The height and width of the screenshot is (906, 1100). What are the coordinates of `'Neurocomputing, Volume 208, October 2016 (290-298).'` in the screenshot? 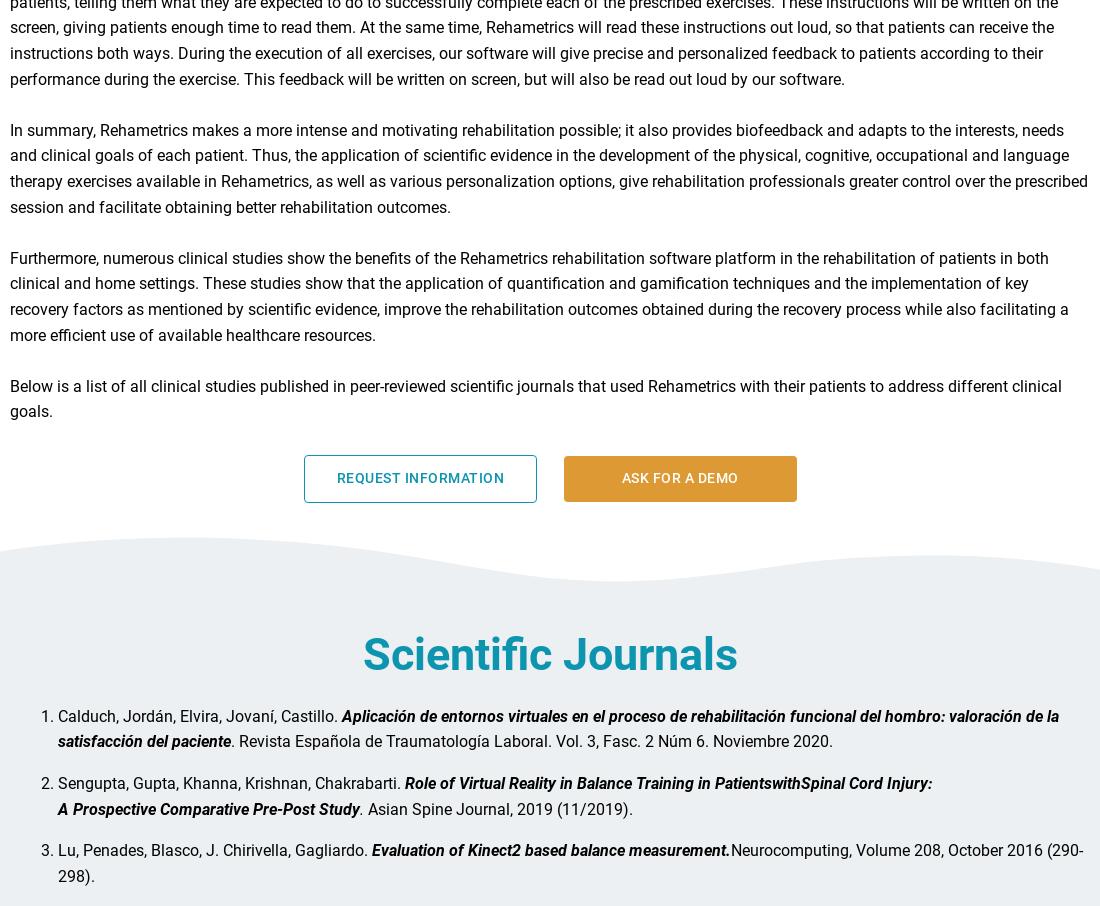 It's located at (569, 871).